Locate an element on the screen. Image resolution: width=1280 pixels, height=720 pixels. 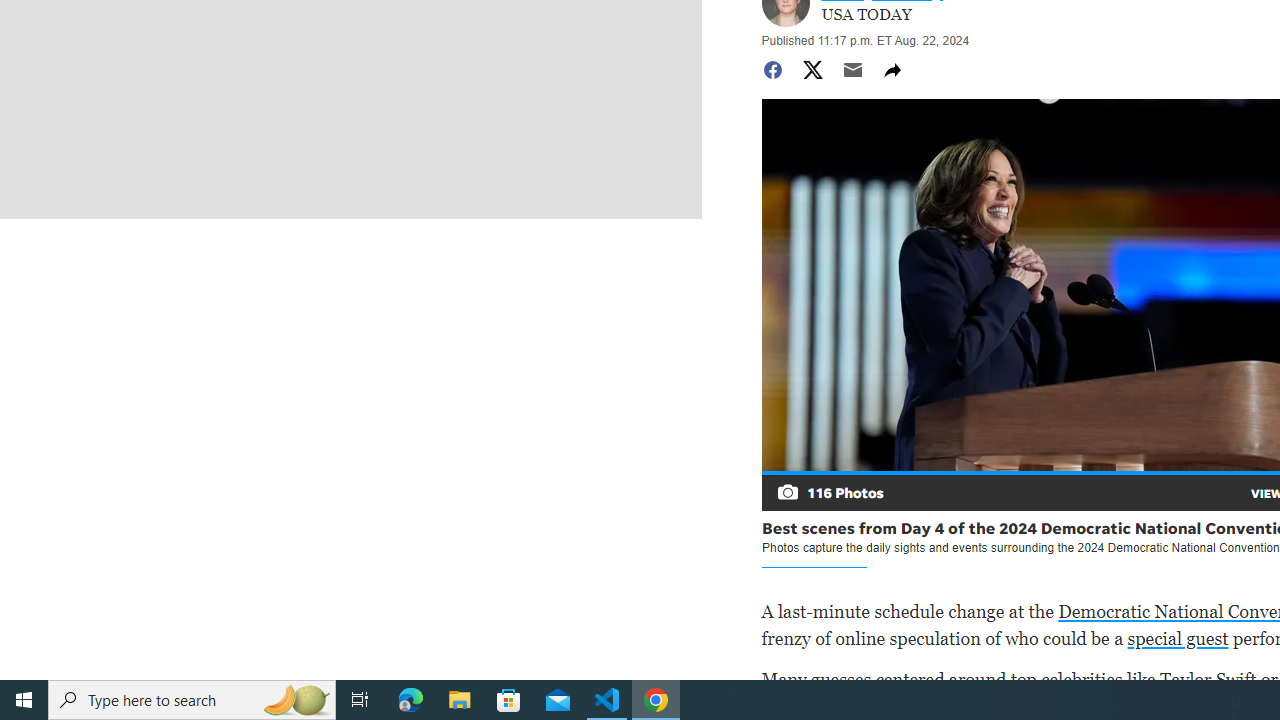
'Share natively' is located at coordinates (891, 68).